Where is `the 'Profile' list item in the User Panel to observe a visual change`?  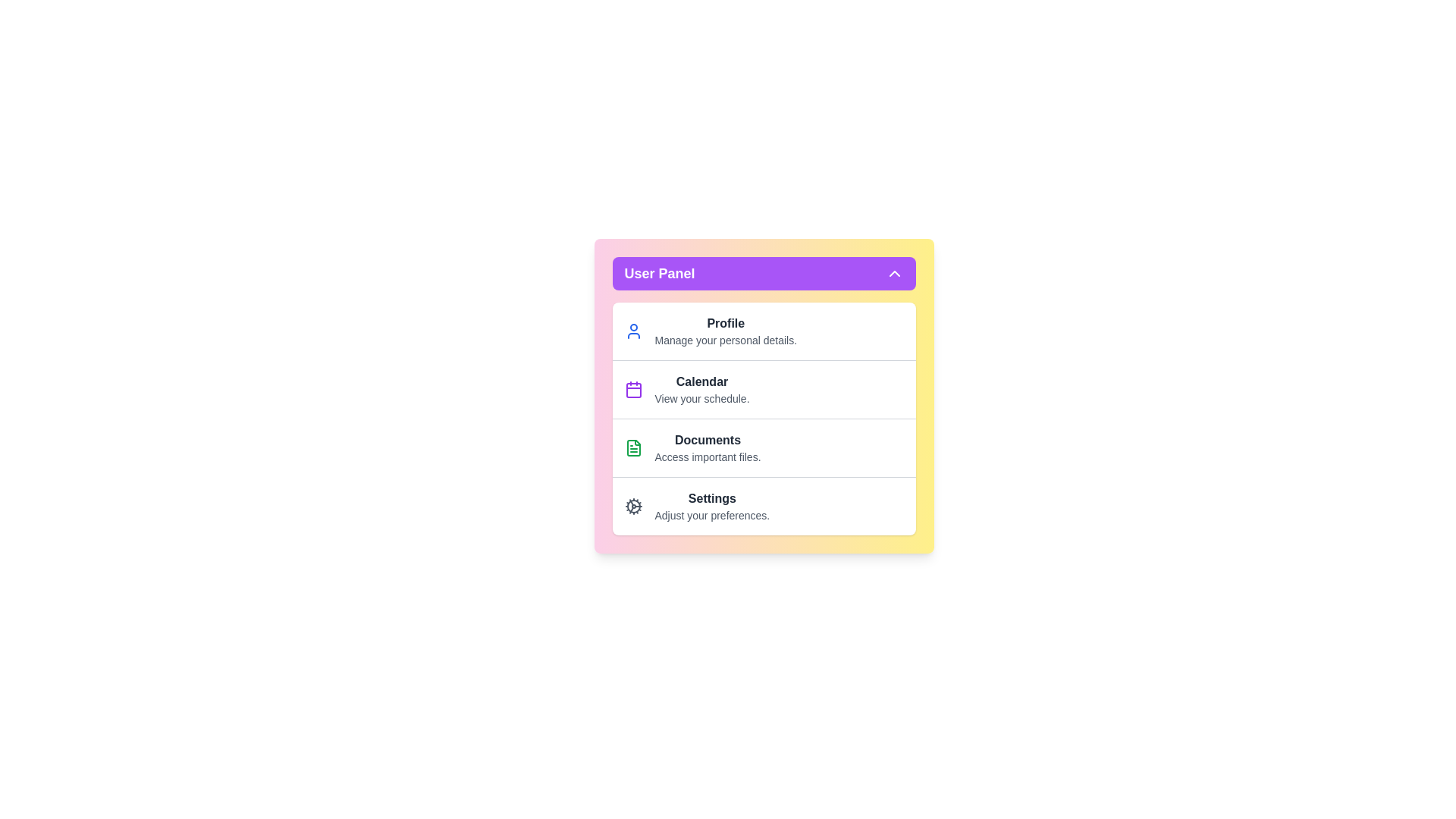 the 'Profile' list item in the User Panel to observe a visual change is located at coordinates (764, 330).